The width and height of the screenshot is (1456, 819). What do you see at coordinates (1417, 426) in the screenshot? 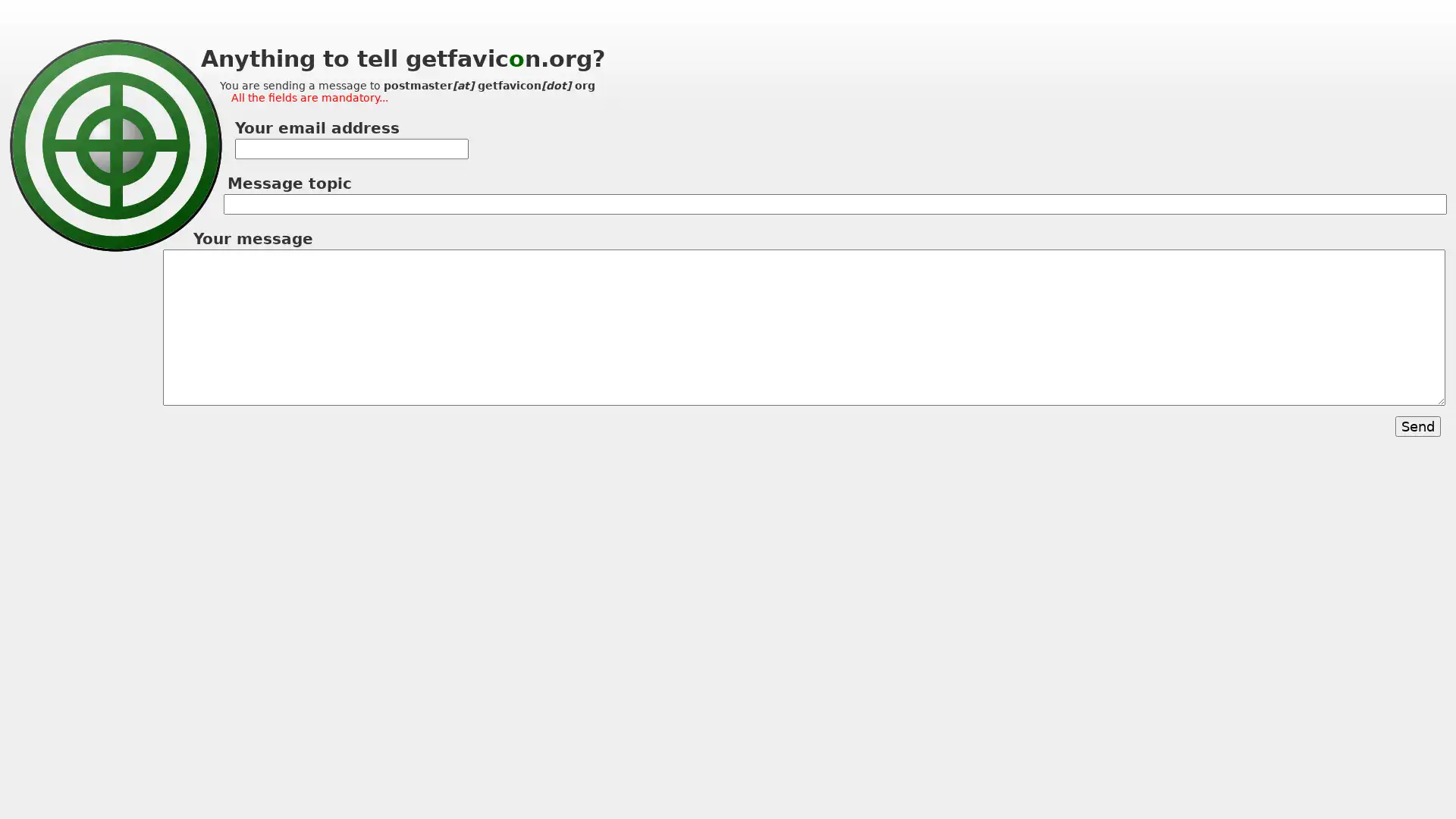
I see `Send` at bounding box center [1417, 426].